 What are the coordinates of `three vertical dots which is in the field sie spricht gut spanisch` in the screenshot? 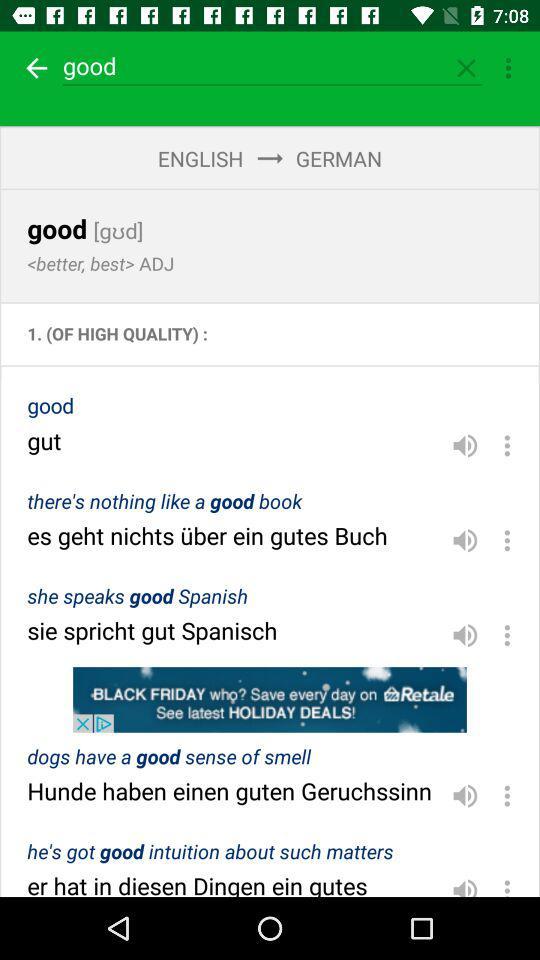 It's located at (507, 635).